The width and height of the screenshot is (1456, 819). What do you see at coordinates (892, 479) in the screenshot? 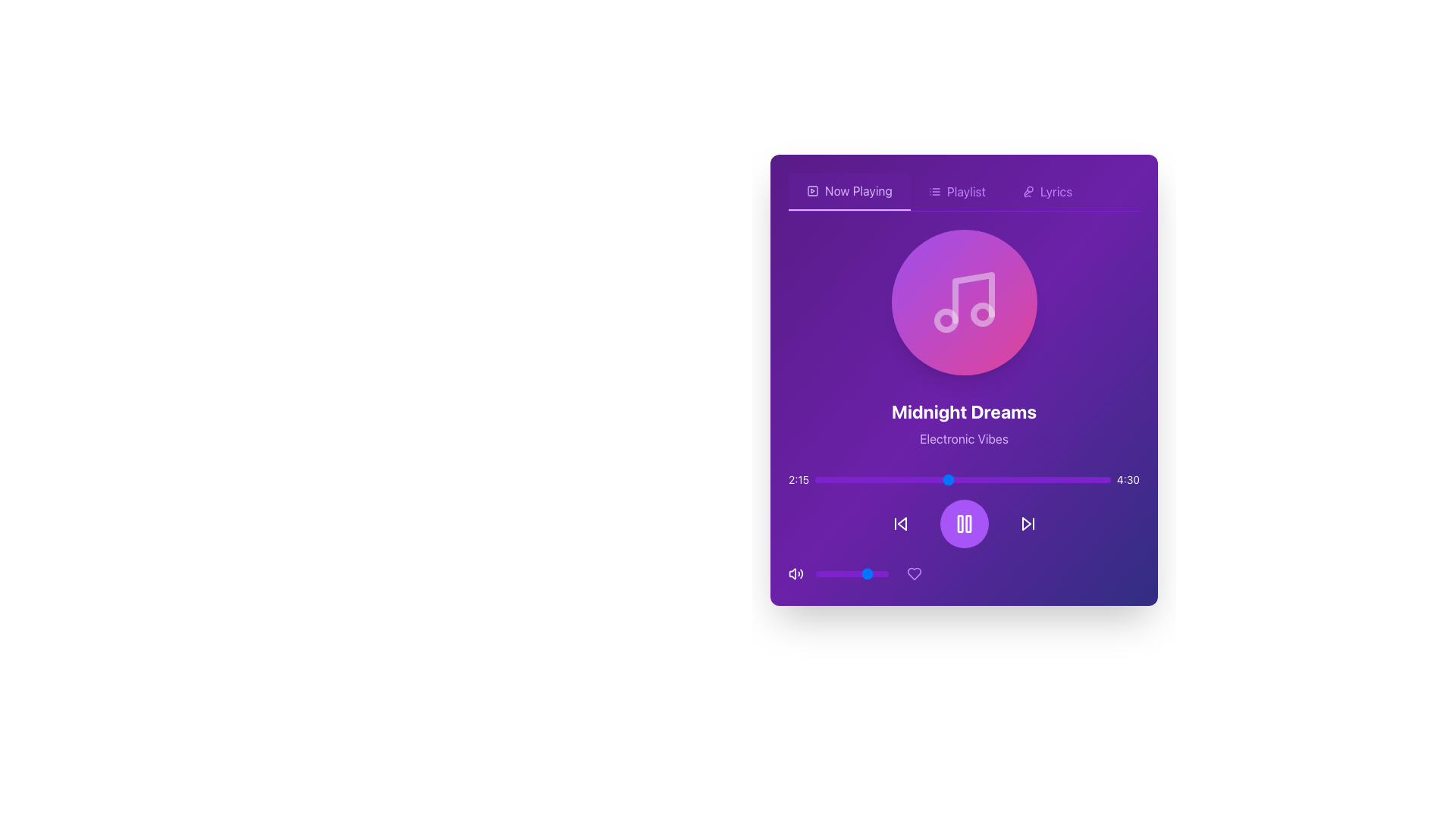
I see `progress` at bounding box center [892, 479].